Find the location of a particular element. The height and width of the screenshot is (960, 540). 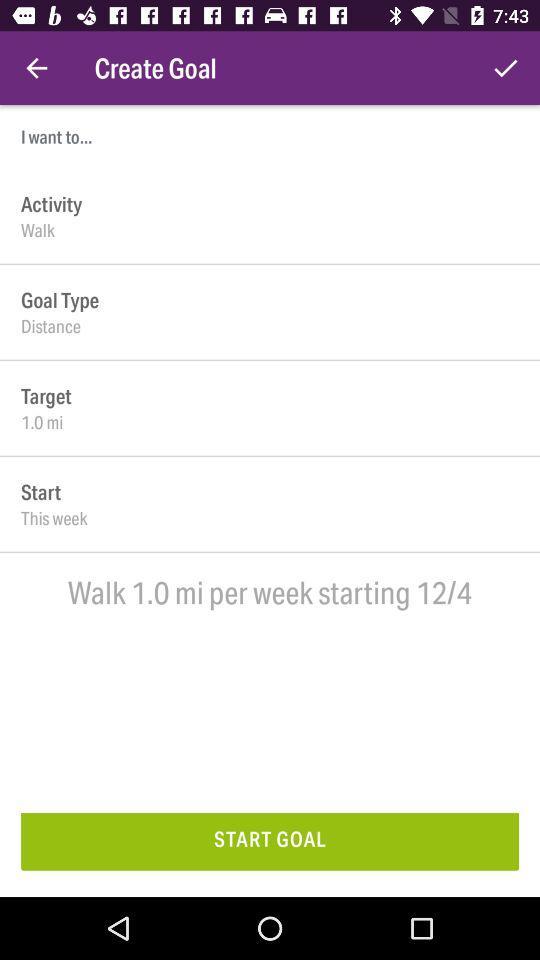

the icon to the left of the create goal icon is located at coordinates (36, 68).